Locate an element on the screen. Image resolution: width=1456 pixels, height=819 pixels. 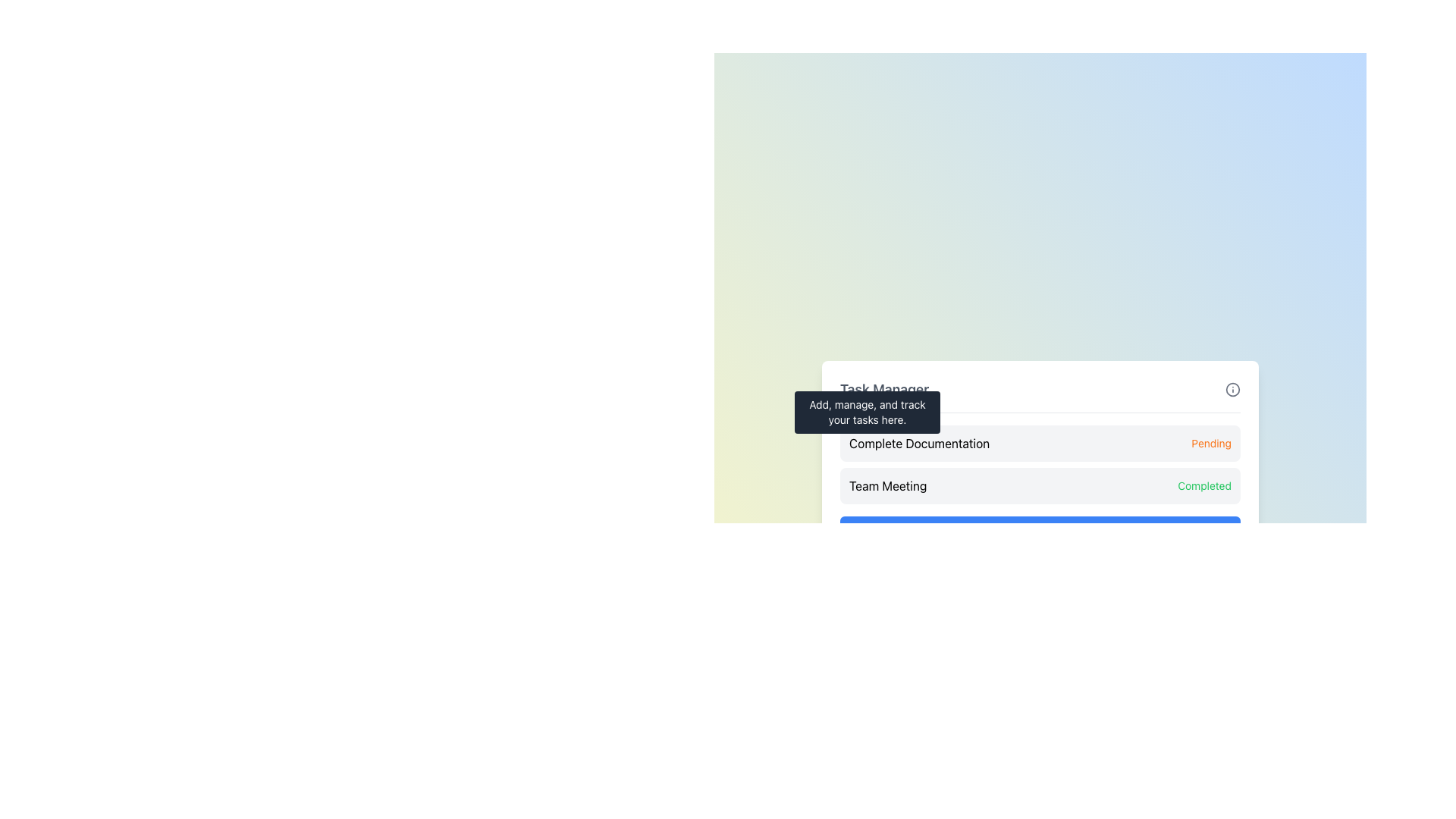
the task status section of the Task Viewer Interface is located at coordinates (1040, 461).